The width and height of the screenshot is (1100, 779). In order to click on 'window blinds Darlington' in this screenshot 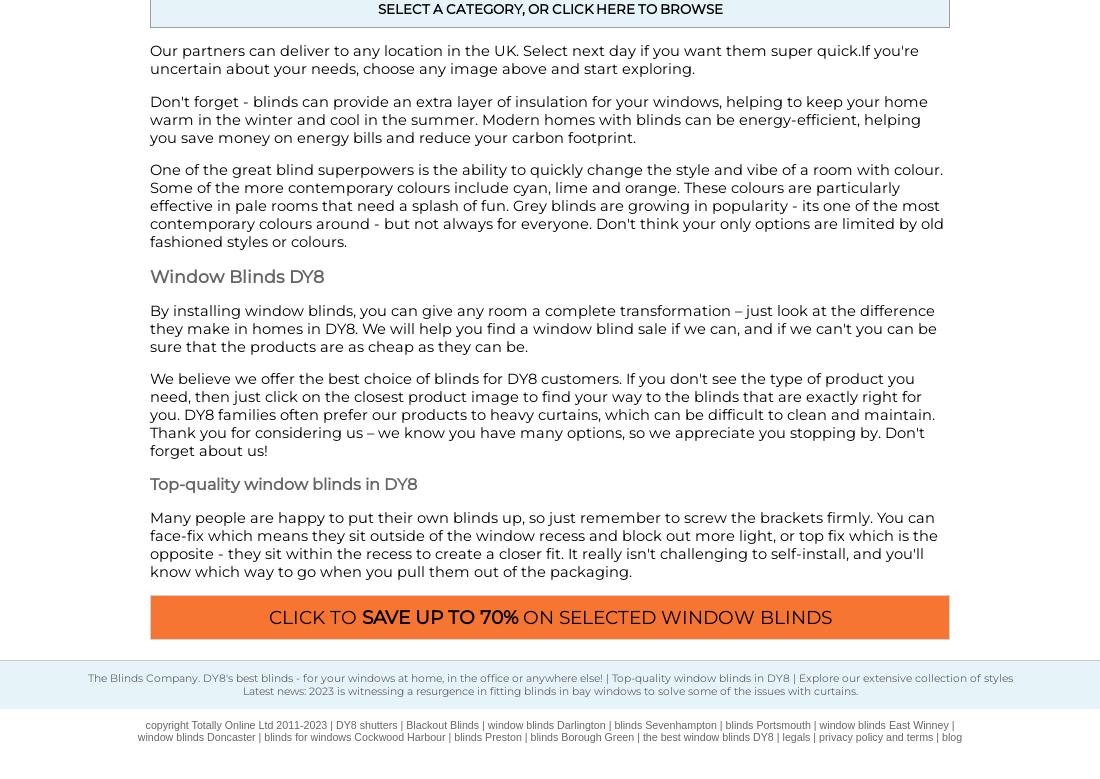, I will do `click(546, 724)`.